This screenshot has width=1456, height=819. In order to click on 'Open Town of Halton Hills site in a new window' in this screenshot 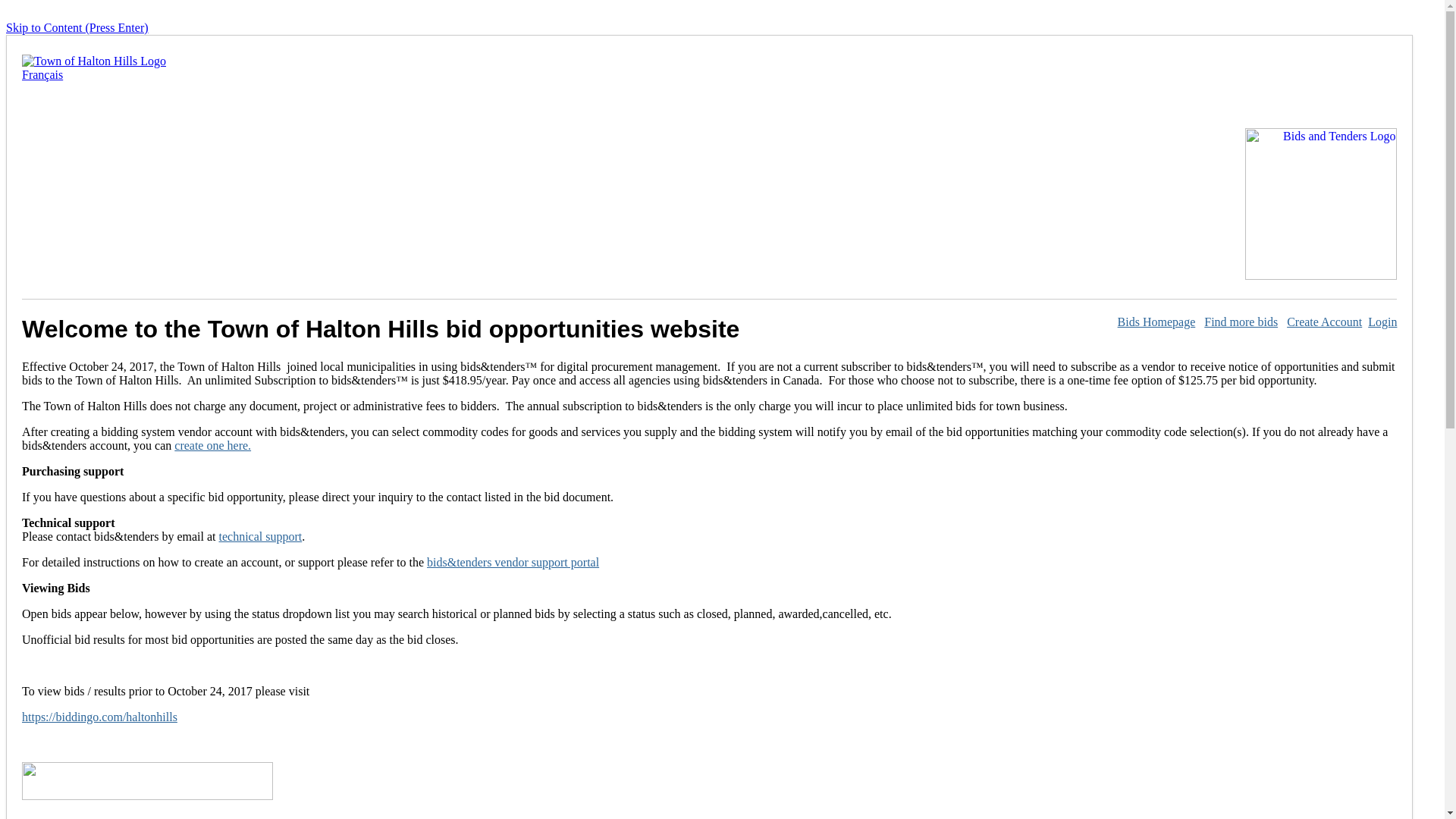, I will do `click(93, 60)`.